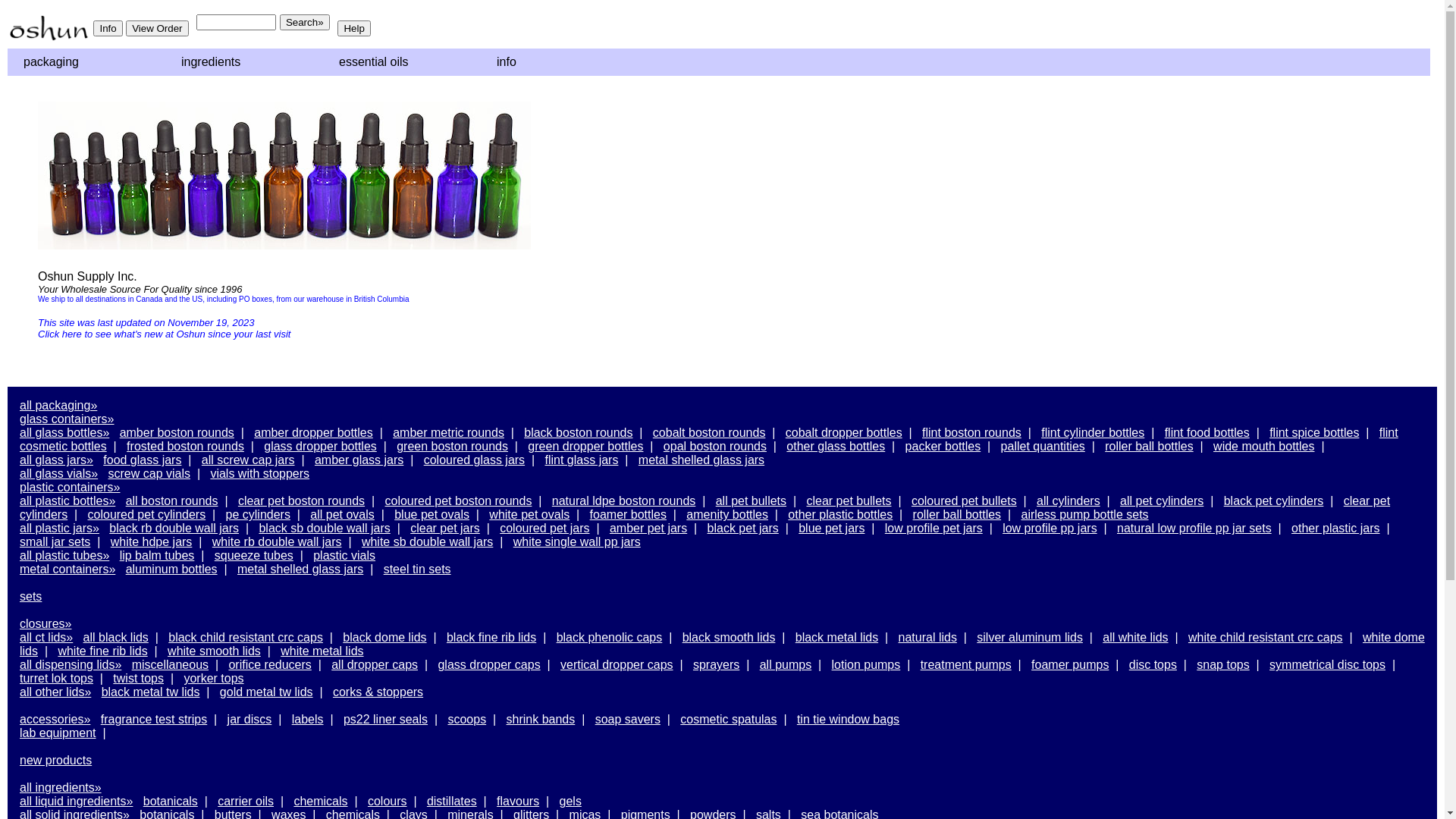 Image resolution: width=1456 pixels, height=819 pixels. What do you see at coordinates (248, 459) in the screenshot?
I see `'all screw cap jars'` at bounding box center [248, 459].